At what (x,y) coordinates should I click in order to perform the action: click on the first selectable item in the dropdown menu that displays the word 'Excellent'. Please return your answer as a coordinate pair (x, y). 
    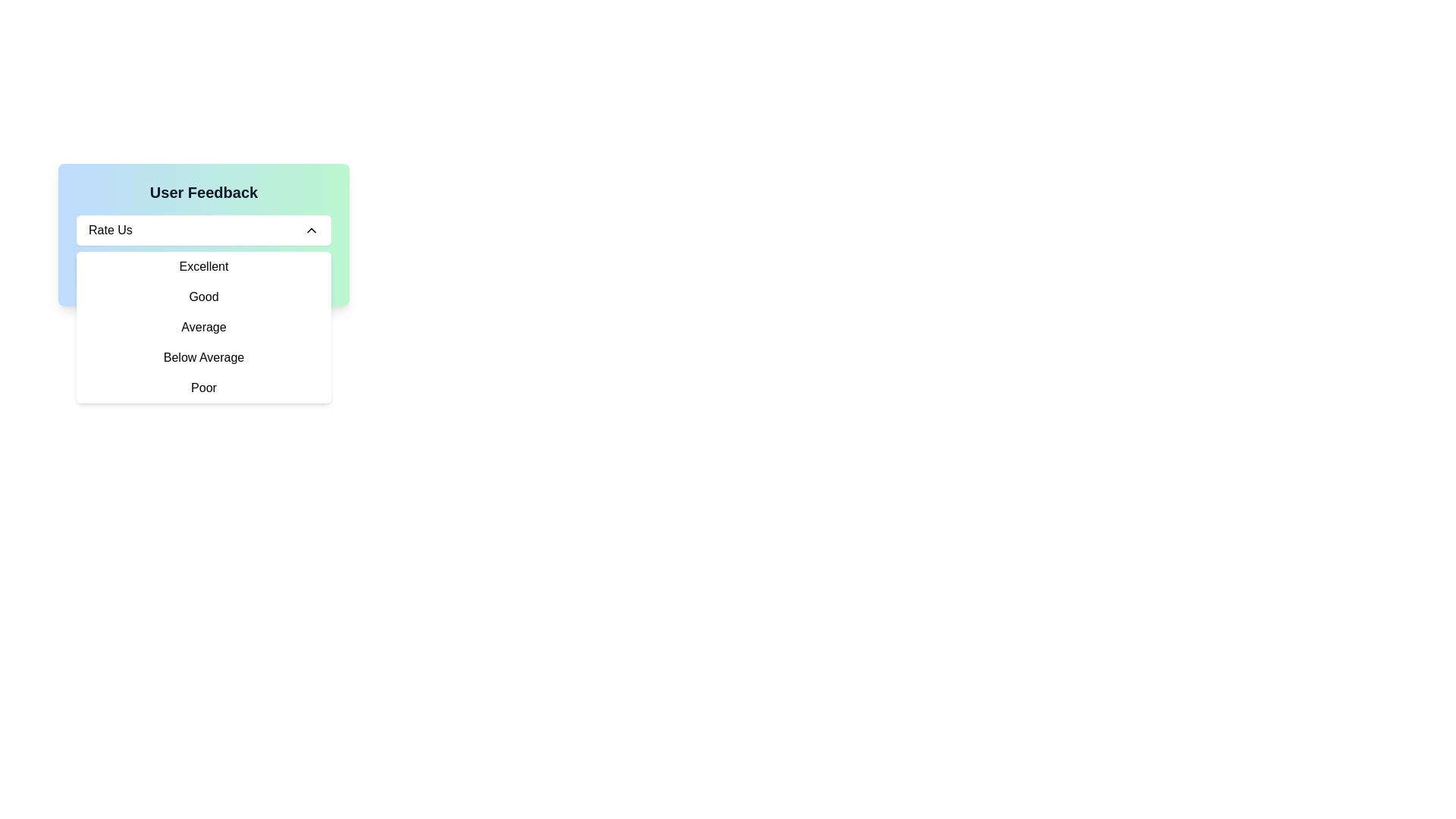
    Looking at the image, I should click on (202, 265).